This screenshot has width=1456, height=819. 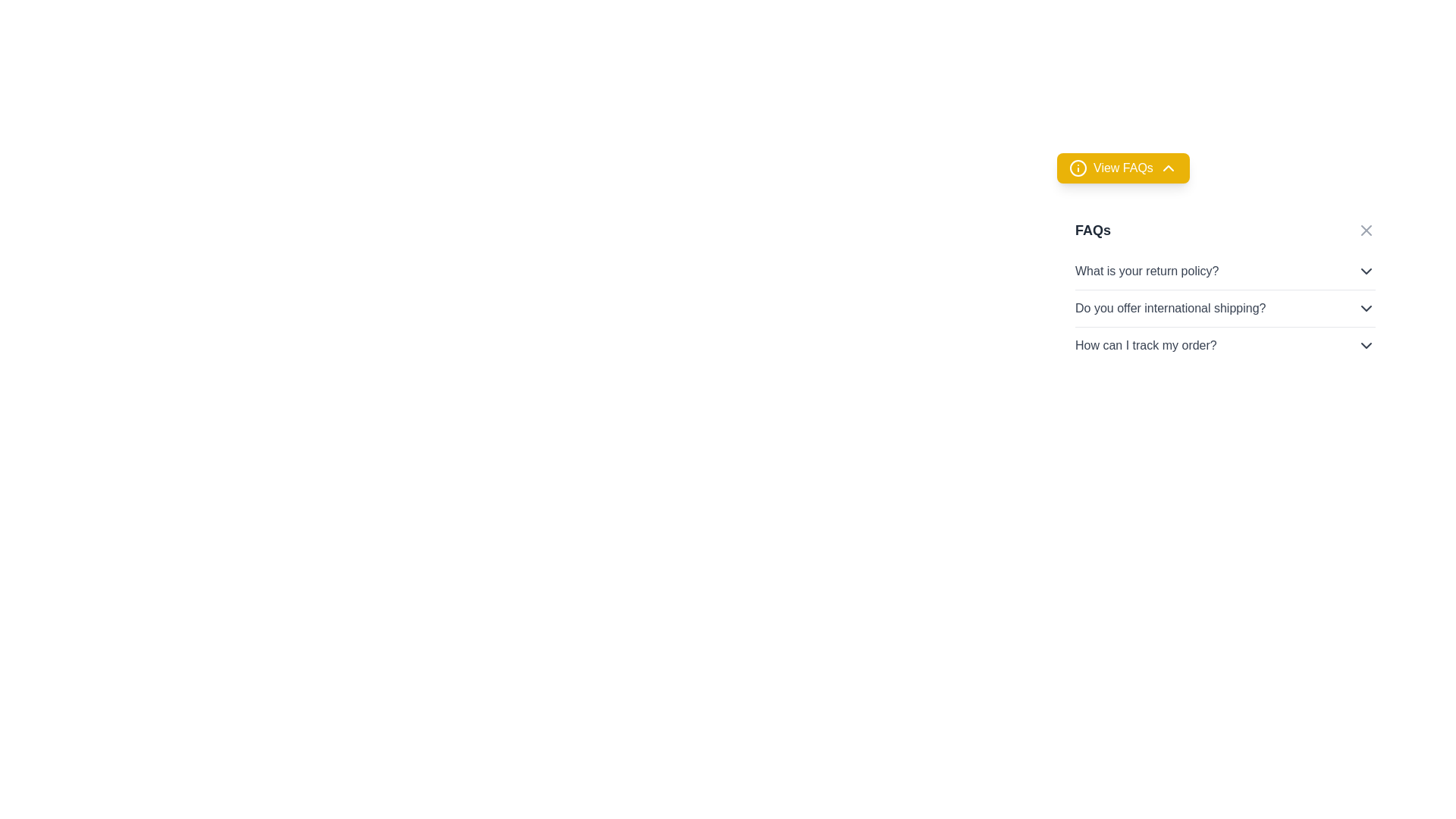 What do you see at coordinates (1225, 307) in the screenshot?
I see `the Dropdown trigger for the FAQ item displaying the query 'Do you offer international shipping?'` at bounding box center [1225, 307].